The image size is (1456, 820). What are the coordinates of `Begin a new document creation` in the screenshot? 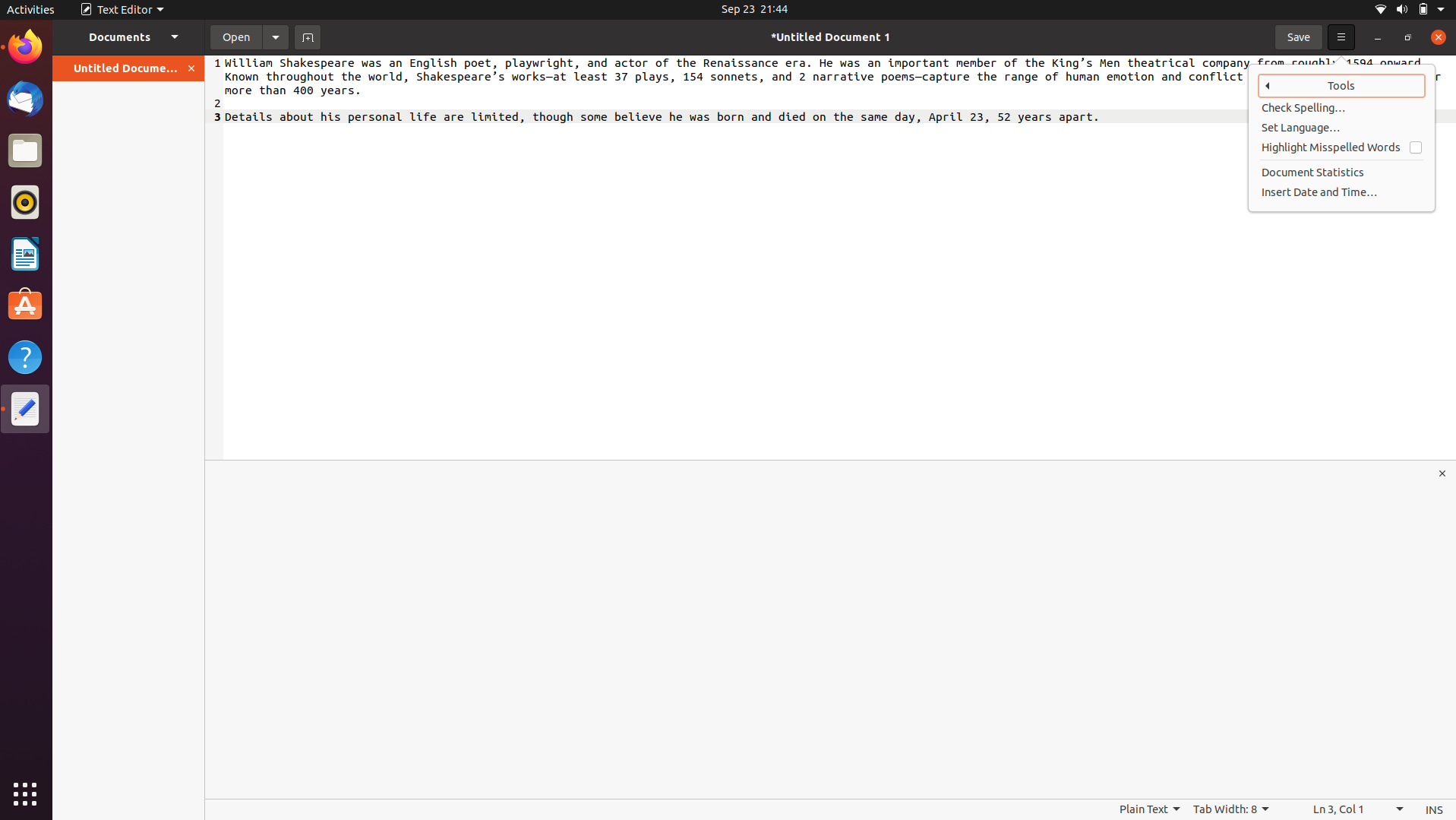 It's located at (307, 36).